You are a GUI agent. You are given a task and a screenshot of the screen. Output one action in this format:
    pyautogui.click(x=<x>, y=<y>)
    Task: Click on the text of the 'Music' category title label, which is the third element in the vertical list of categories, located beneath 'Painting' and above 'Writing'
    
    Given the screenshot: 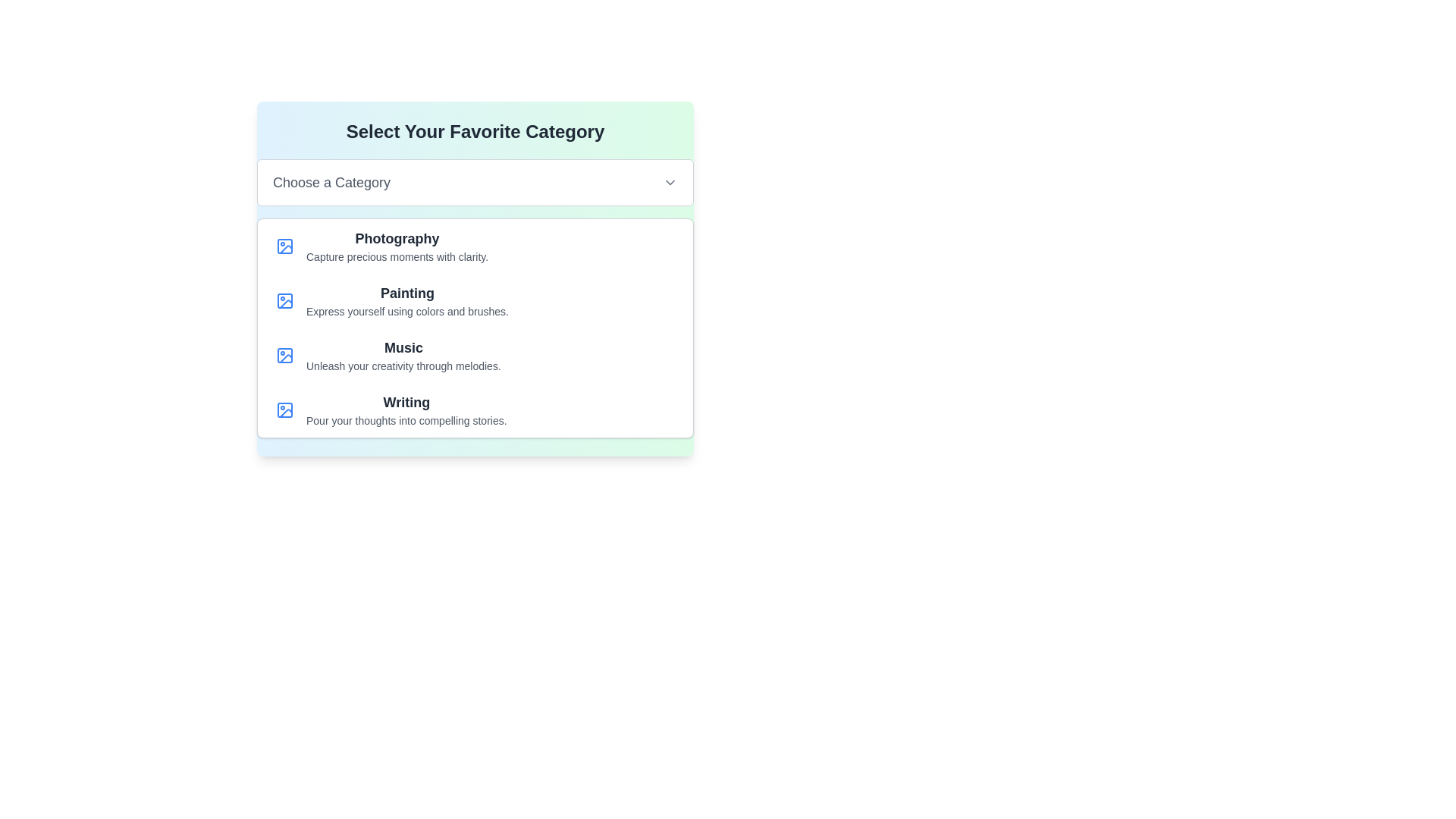 What is the action you would take?
    pyautogui.click(x=403, y=348)
    